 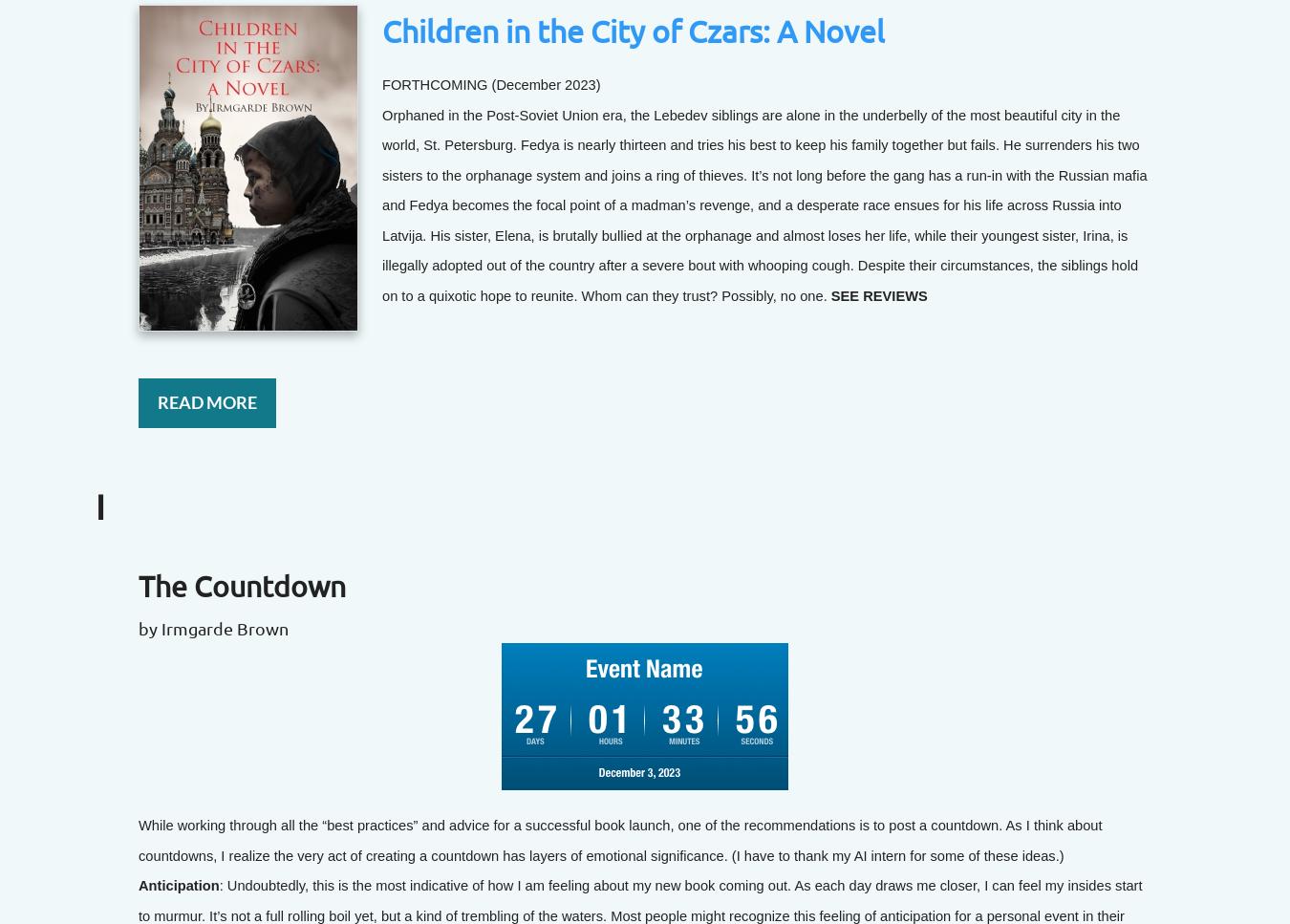 What do you see at coordinates (633, 31) in the screenshot?
I see `'Children in the City of Czars: A Novel'` at bounding box center [633, 31].